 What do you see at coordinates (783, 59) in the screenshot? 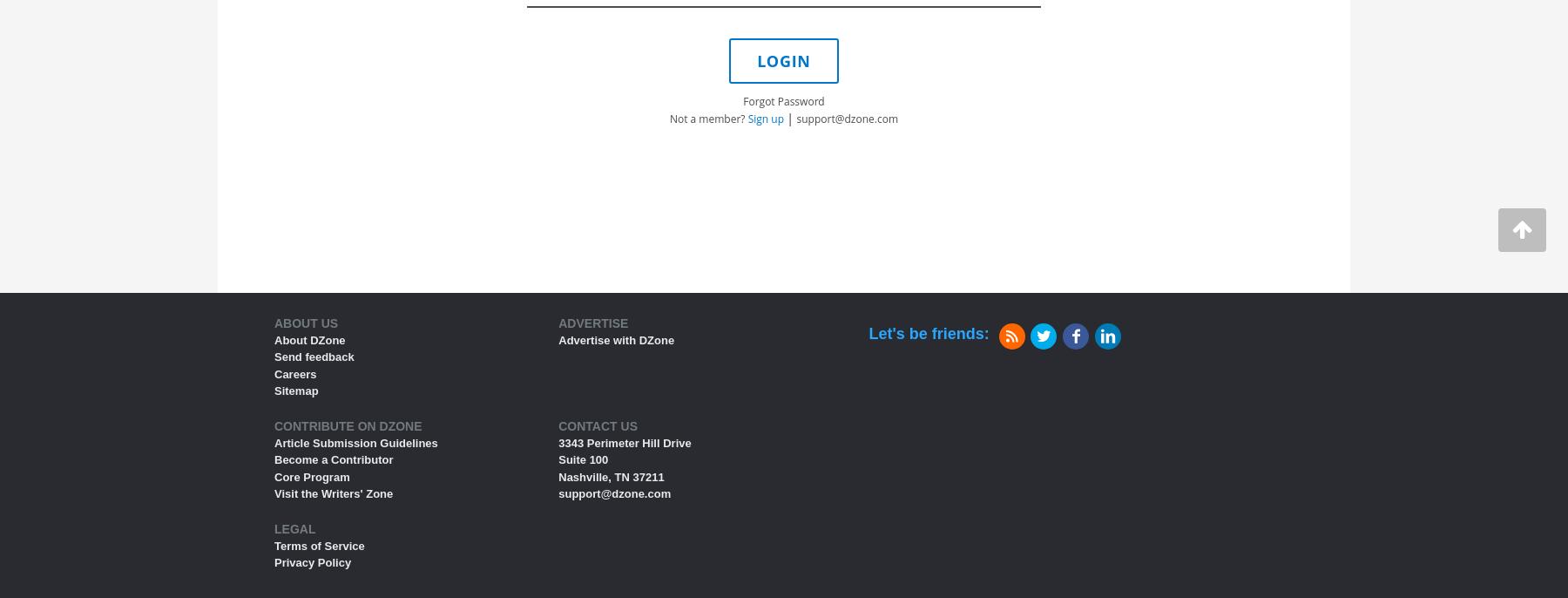
I see `'LOGIN'` at bounding box center [783, 59].